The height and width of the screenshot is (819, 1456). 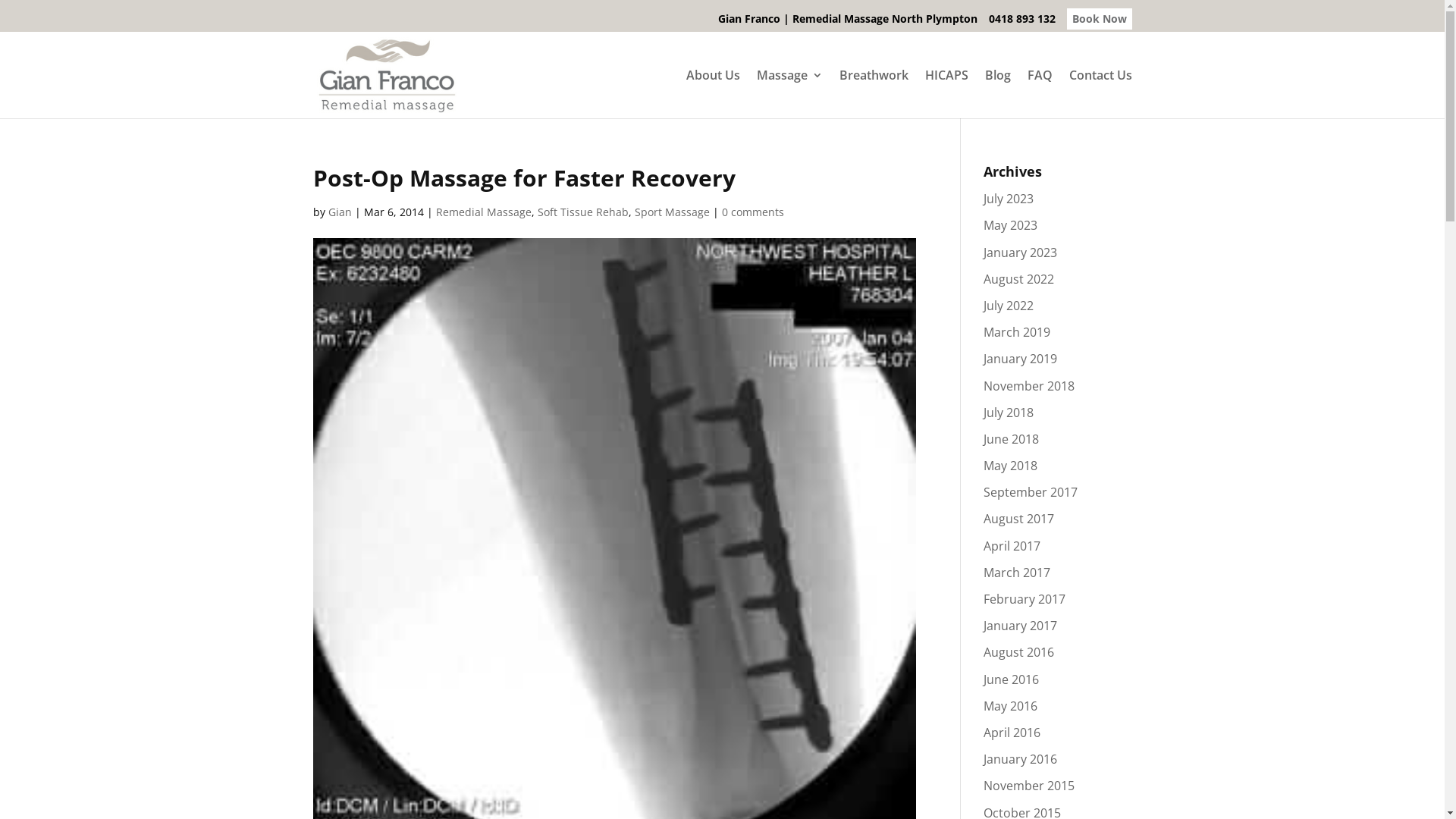 I want to click on 'January 2016', so click(x=983, y=759).